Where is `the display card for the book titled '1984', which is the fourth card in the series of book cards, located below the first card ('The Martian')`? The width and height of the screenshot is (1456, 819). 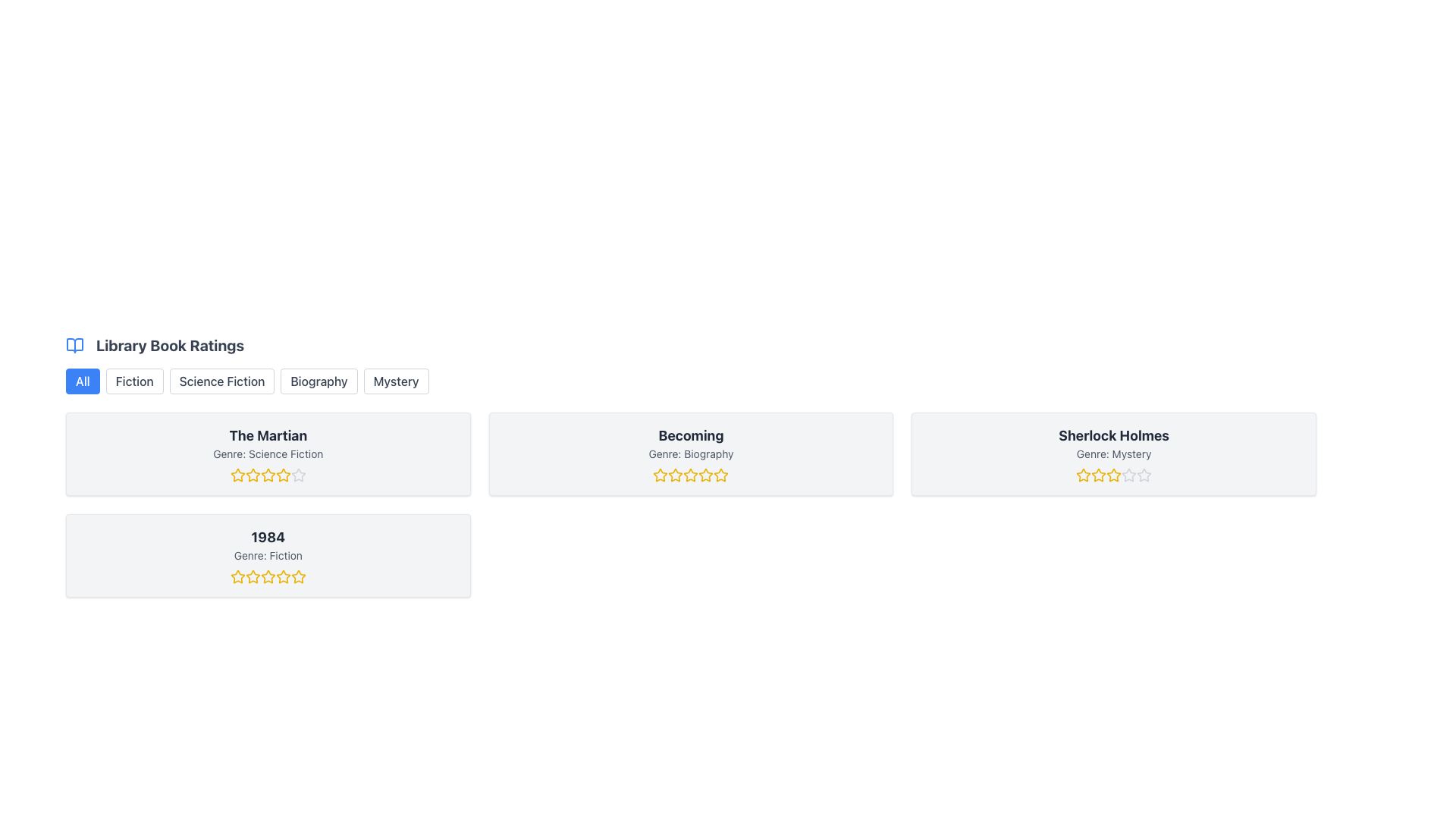
the display card for the book titled '1984', which is the fourth card in the series of book cards, located below the first card ('The Martian') is located at coordinates (268, 555).